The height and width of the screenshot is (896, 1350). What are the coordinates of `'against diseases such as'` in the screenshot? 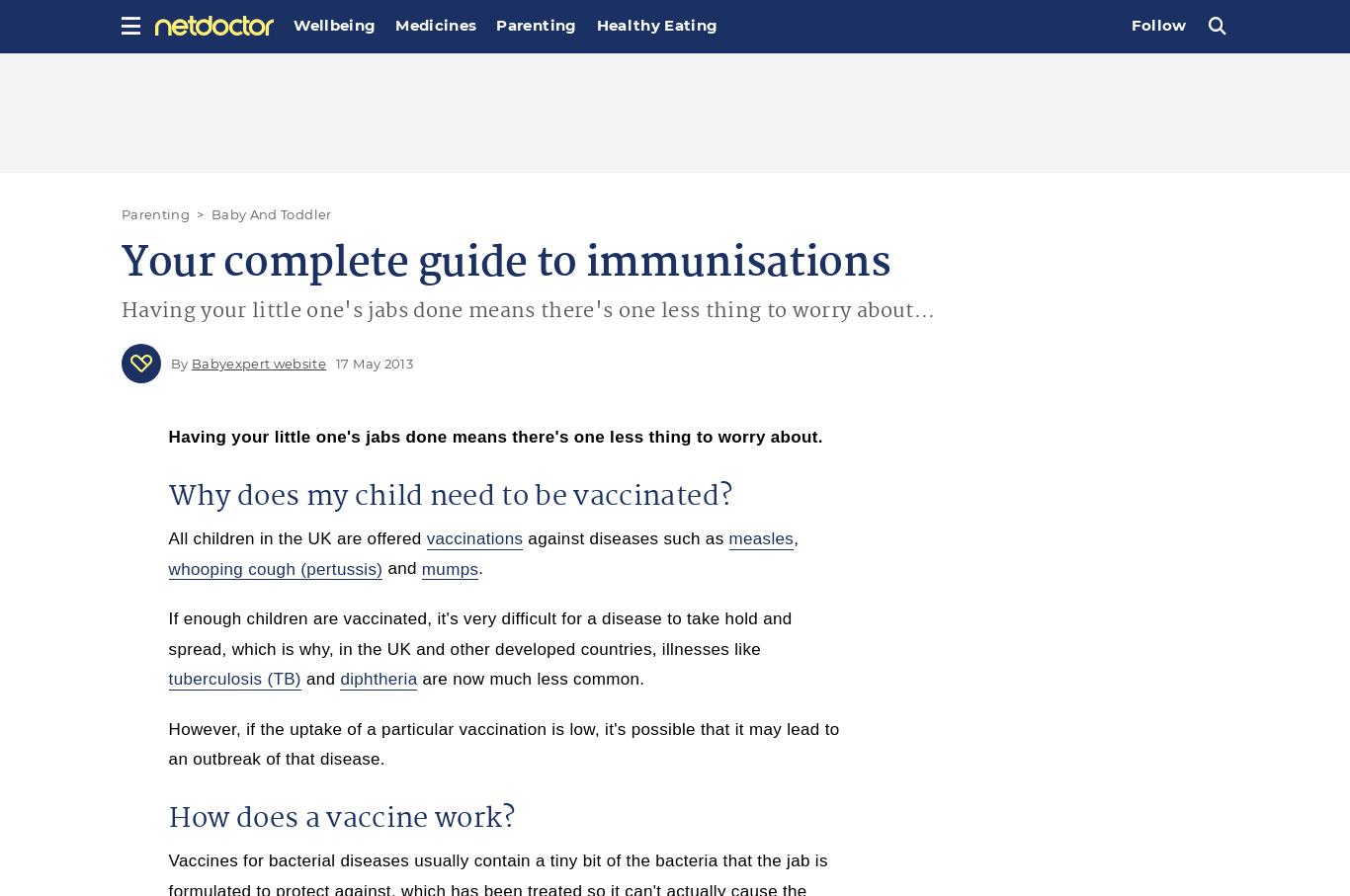 It's located at (523, 537).